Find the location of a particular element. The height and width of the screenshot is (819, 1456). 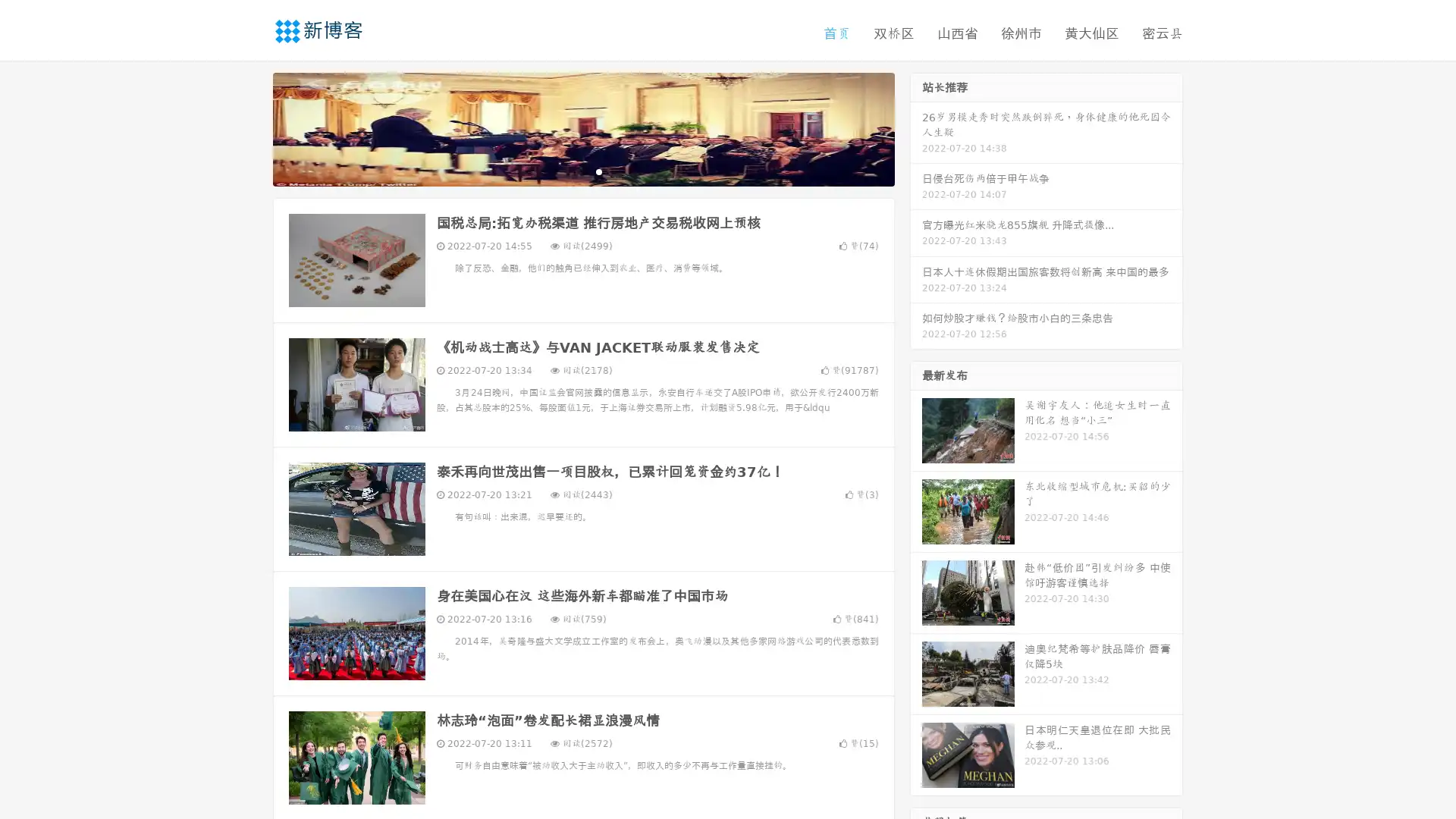

Go to slide 1 is located at coordinates (567, 171).